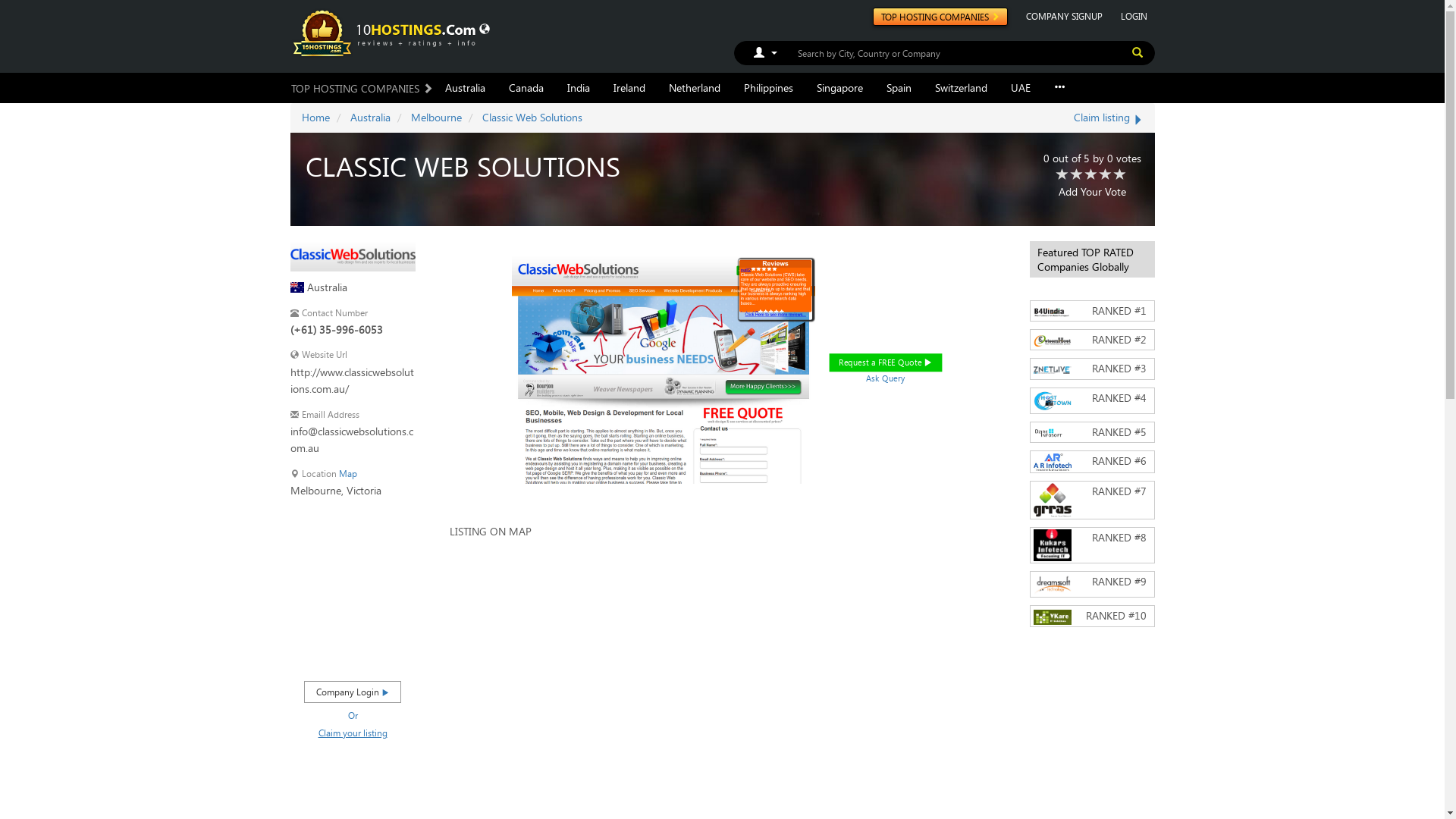 Image resolution: width=1456 pixels, height=819 pixels. I want to click on 'COMPANY SIGNUP', so click(1062, 15).